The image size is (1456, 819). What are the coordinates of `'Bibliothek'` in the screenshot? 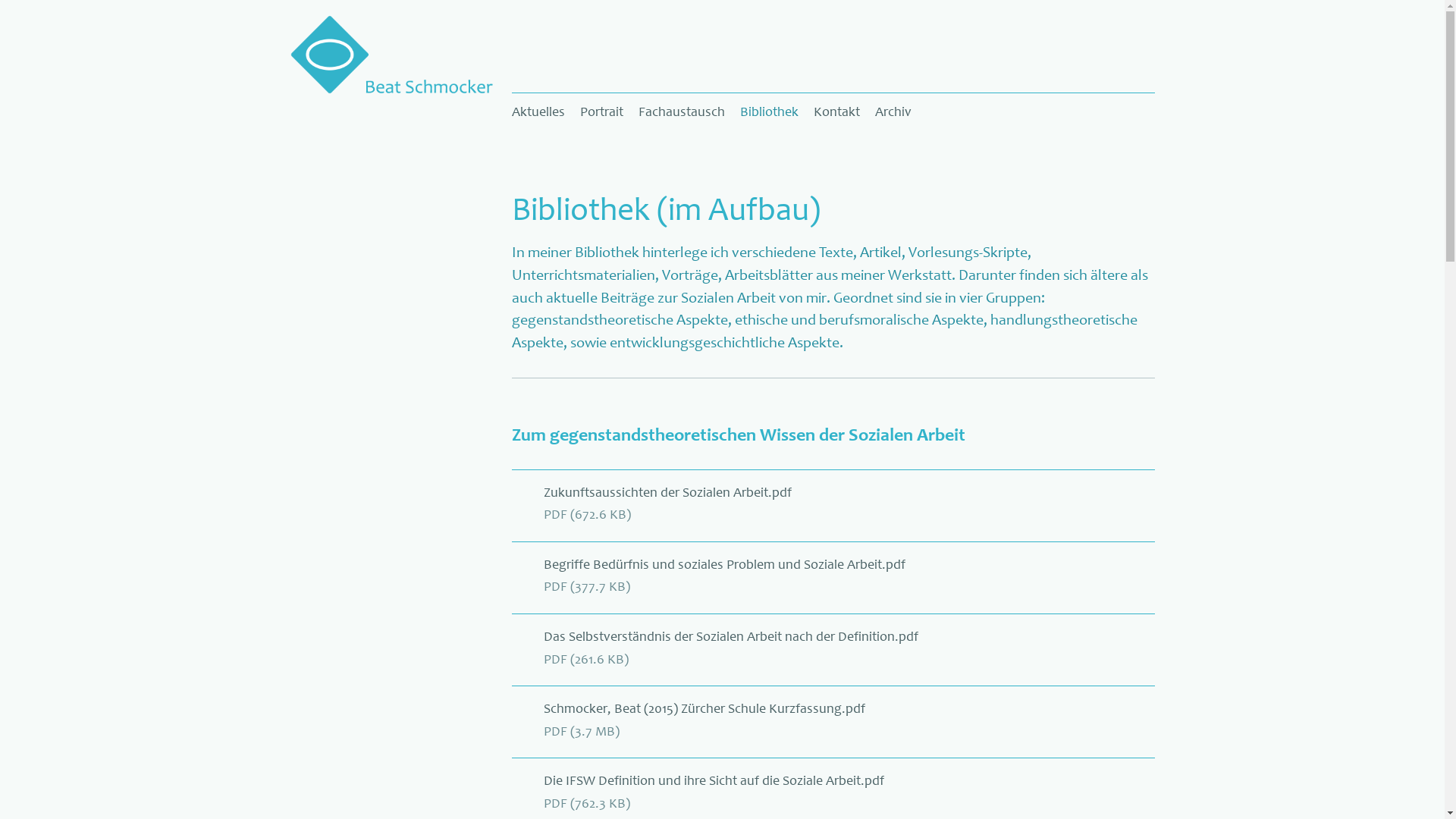 It's located at (769, 111).